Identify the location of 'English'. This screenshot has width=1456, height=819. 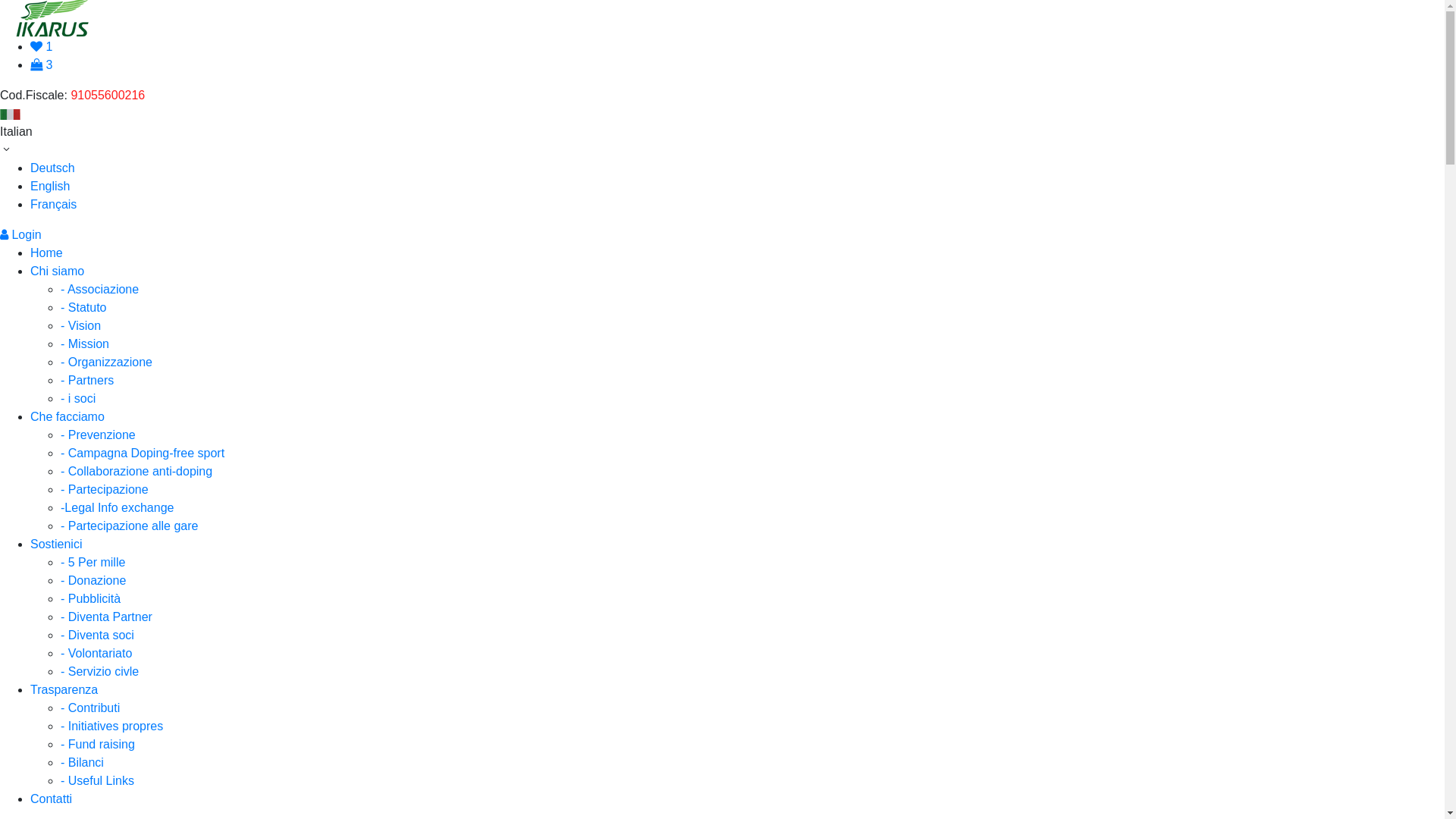
(50, 185).